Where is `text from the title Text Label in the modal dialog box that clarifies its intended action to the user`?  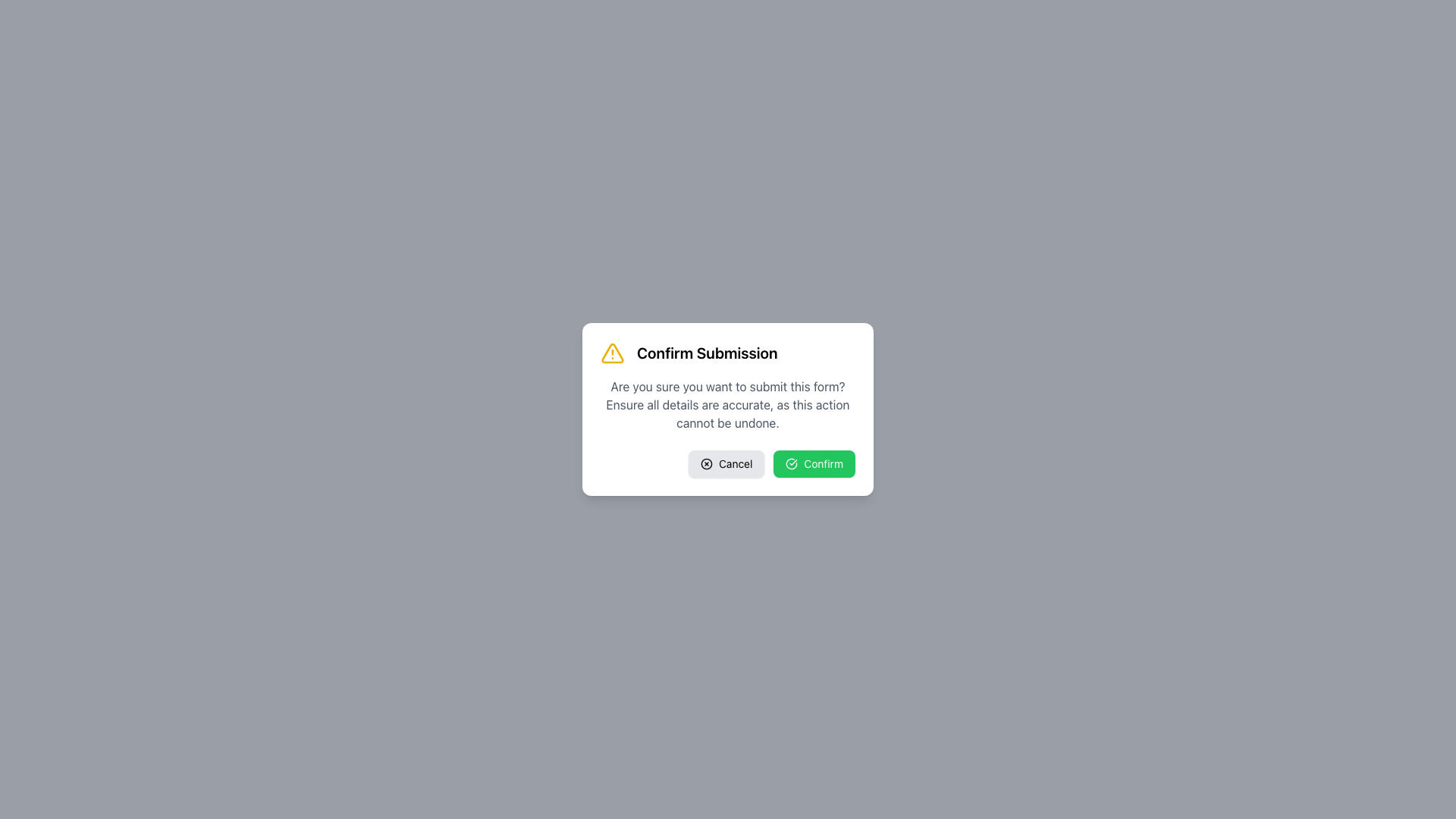
text from the title Text Label in the modal dialog box that clarifies its intended action to the user is located at coordinates (706, 353).